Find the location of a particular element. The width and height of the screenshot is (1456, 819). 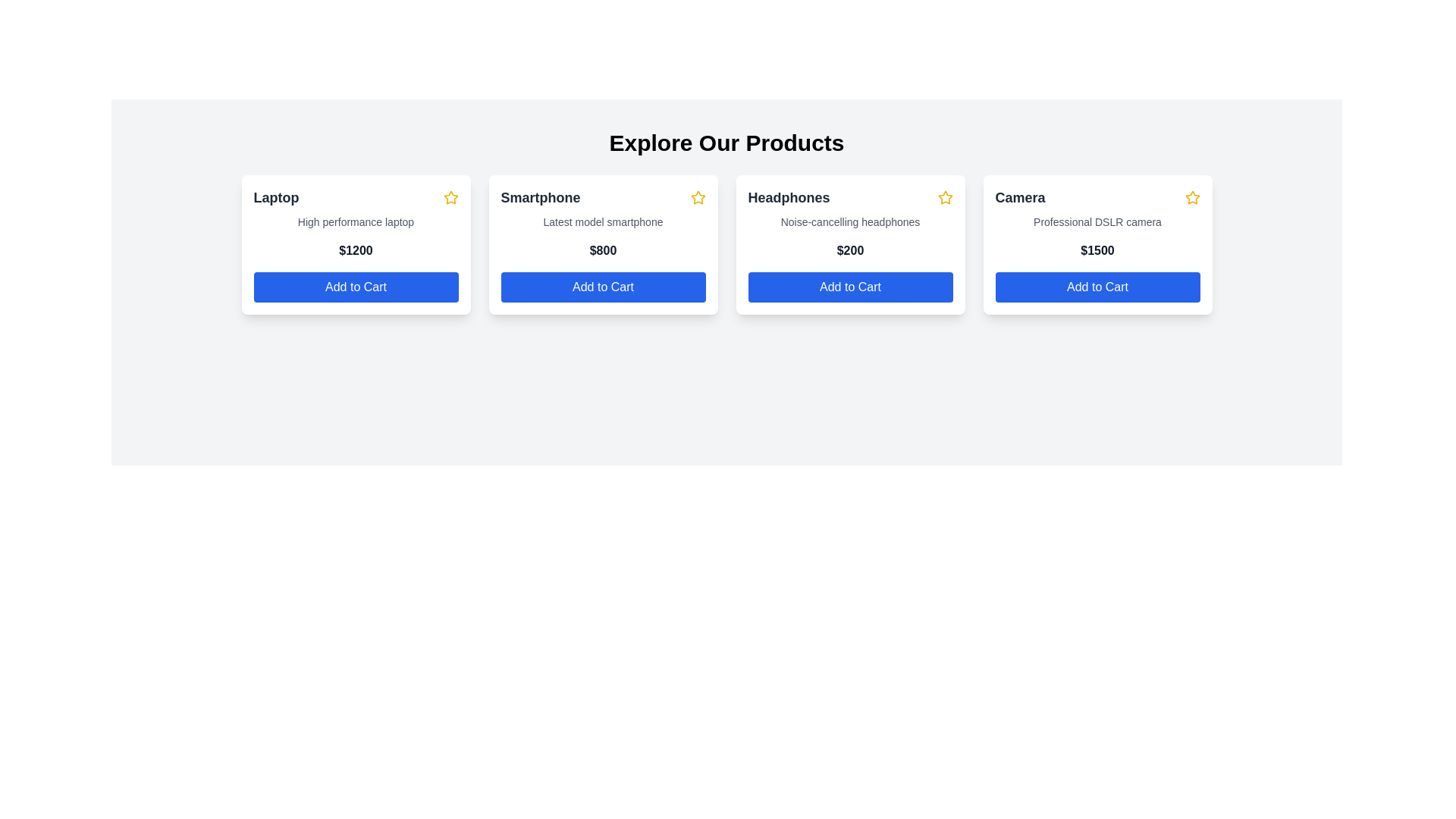

text label that displays 'Smartphone' in bold, large font at the top center of the second product card from the left is located at coordinates (541, 197).